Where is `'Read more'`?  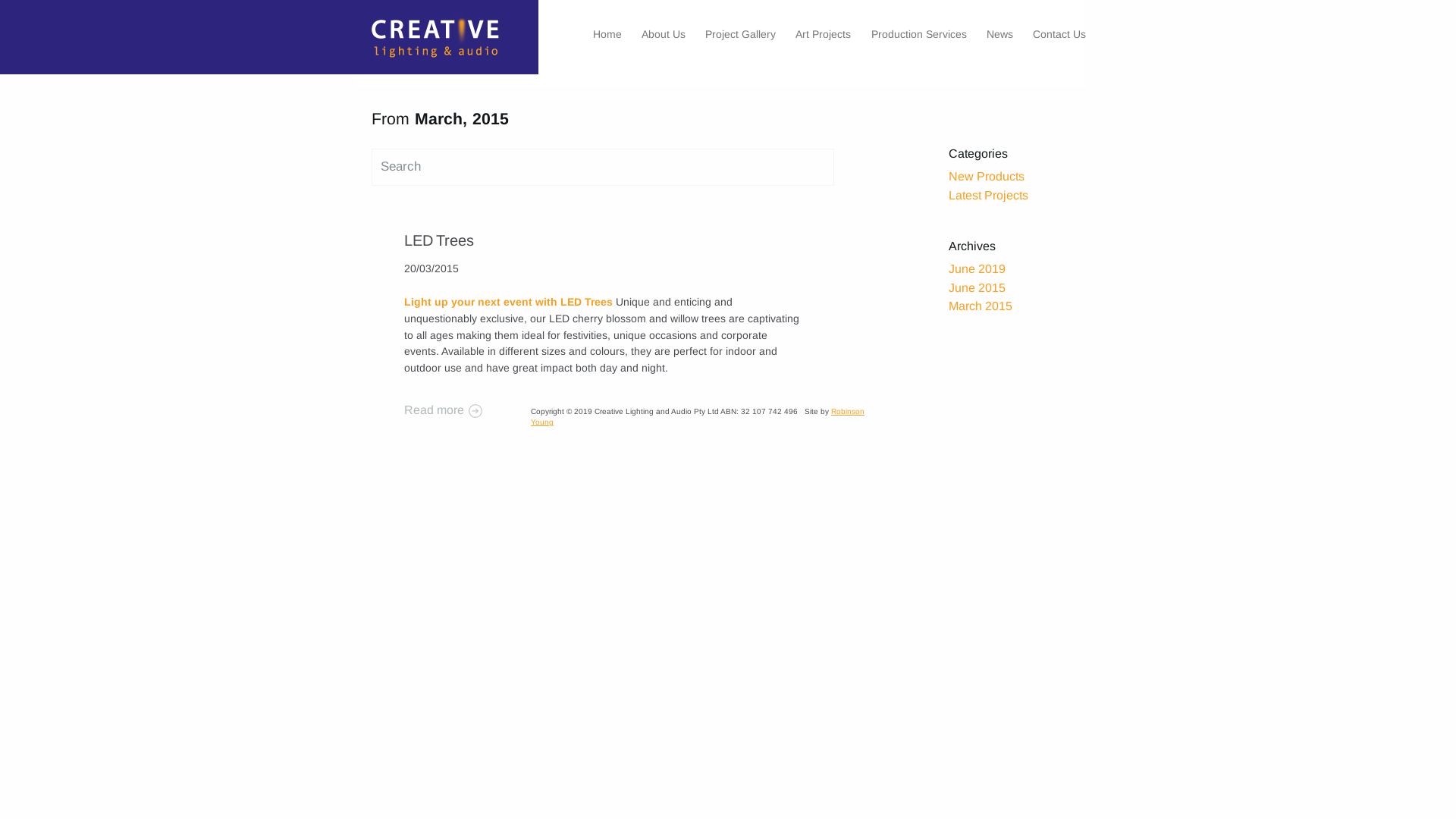
'Read more' is located at coordinates (403, 409).